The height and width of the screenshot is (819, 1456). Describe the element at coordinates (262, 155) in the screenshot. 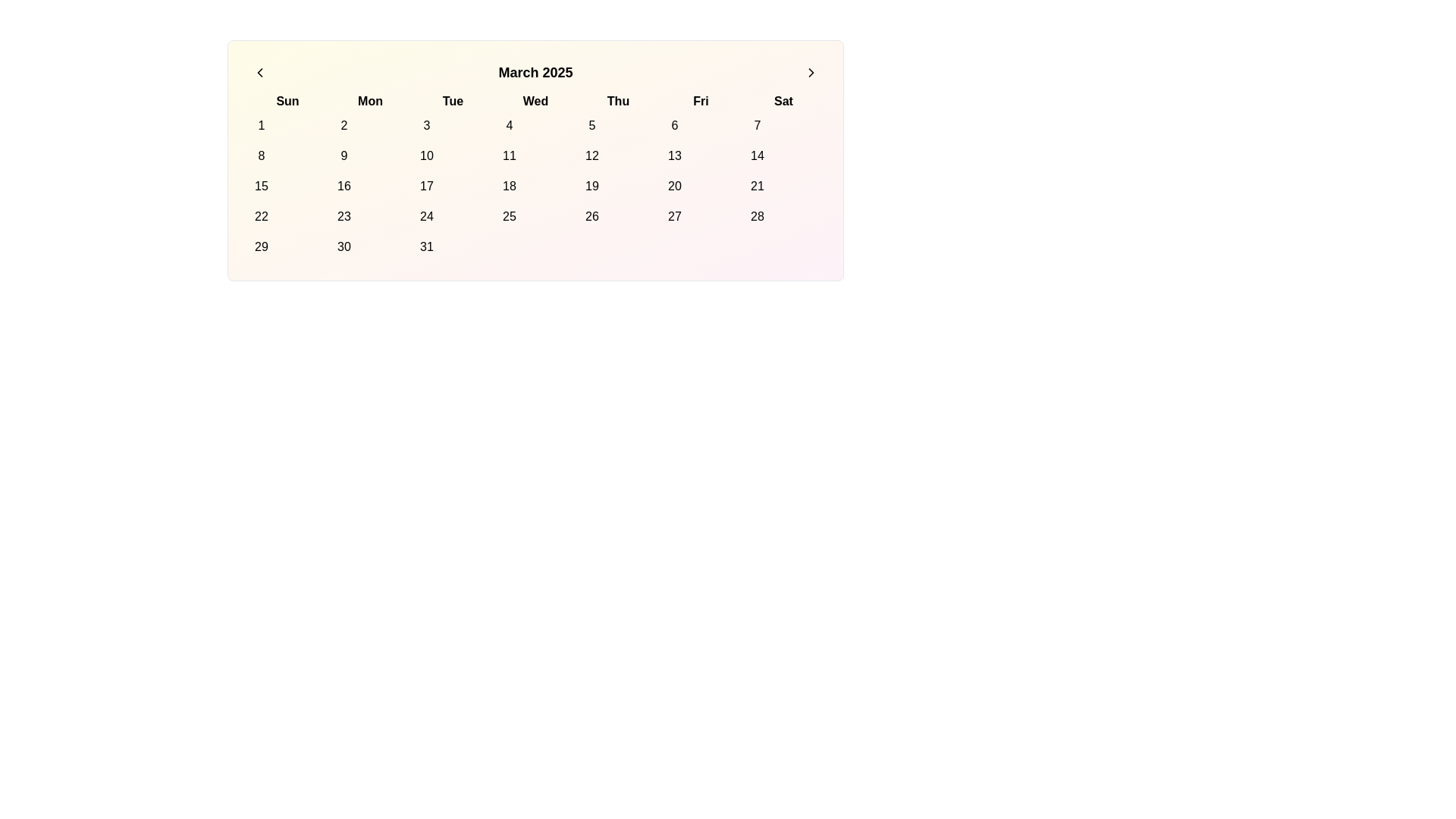

I see `the circular button displaying the number '8' in the second row and first column of the calendar grid` at that location.